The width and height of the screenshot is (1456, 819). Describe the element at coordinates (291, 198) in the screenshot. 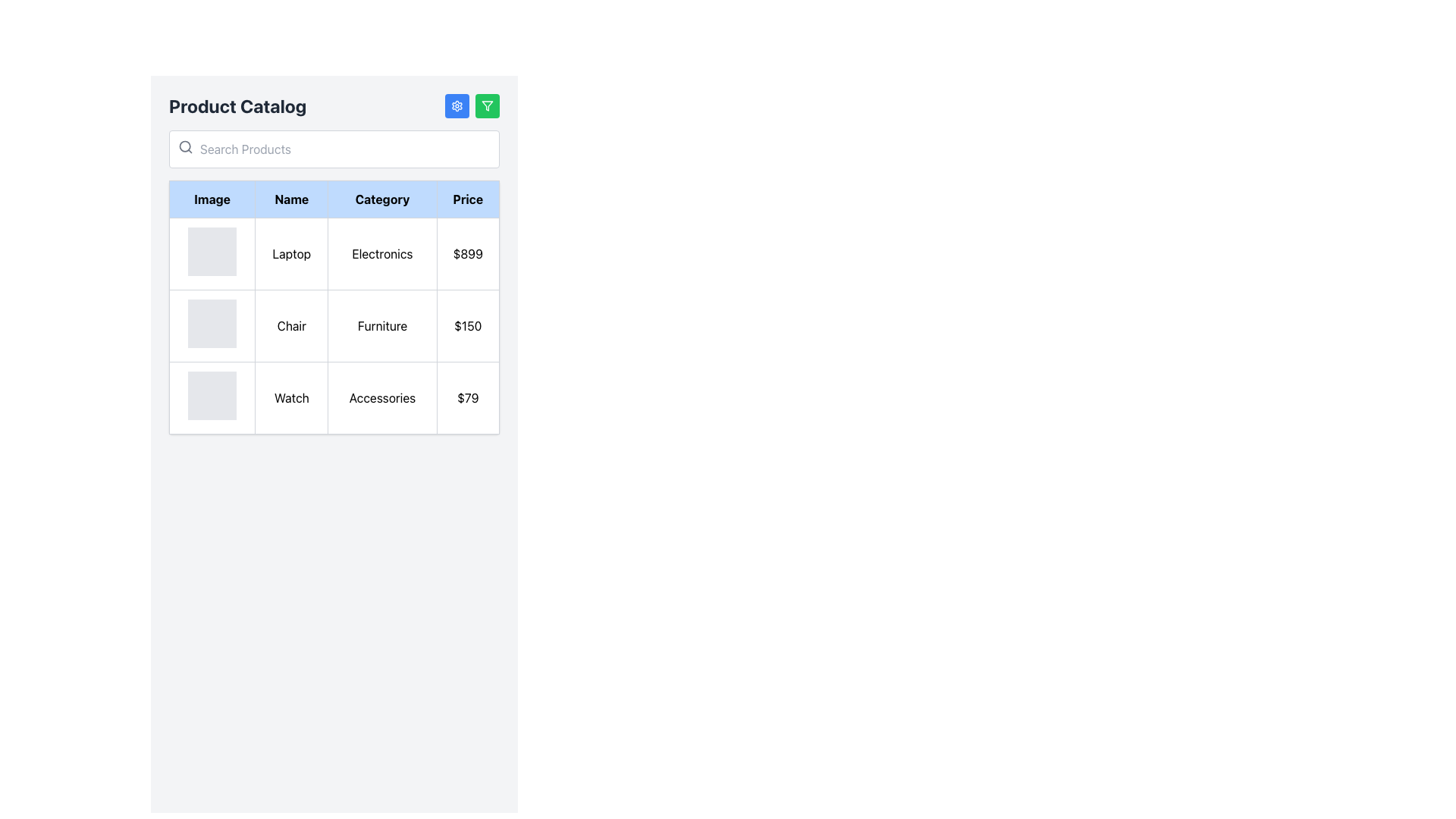

I see `the 'Name' column header cell` at that location.